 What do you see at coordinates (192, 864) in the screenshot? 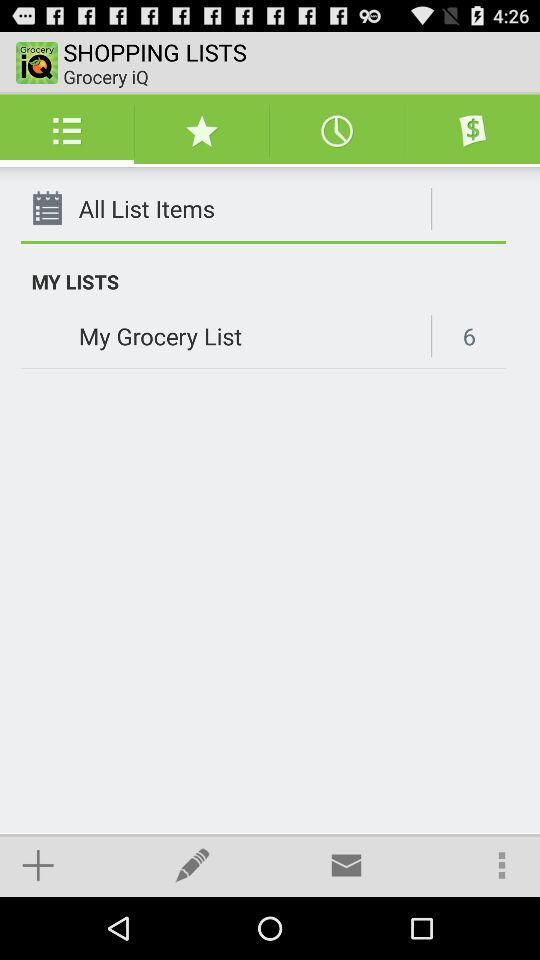
I see `the icon below my grocery list app` at bounding box center [192, 864].